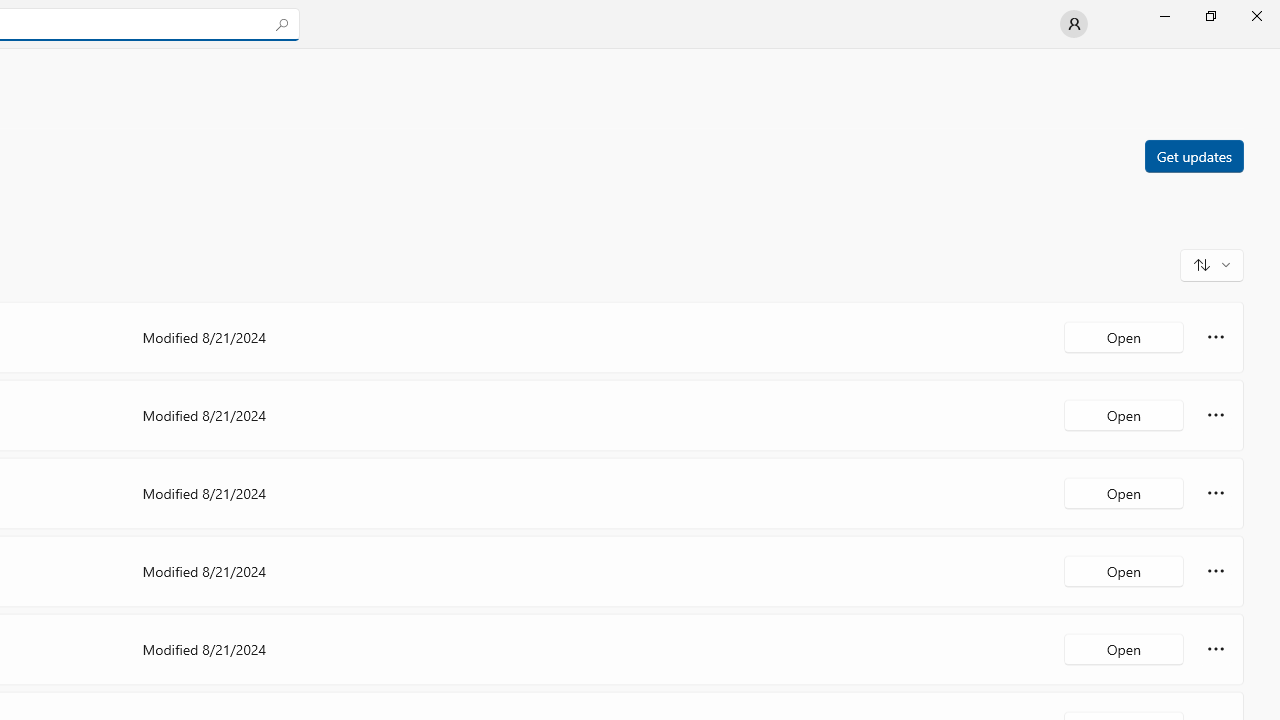 This screenshot has height=720, width=1280. I want to click on 'More options', so click(1215, 649).